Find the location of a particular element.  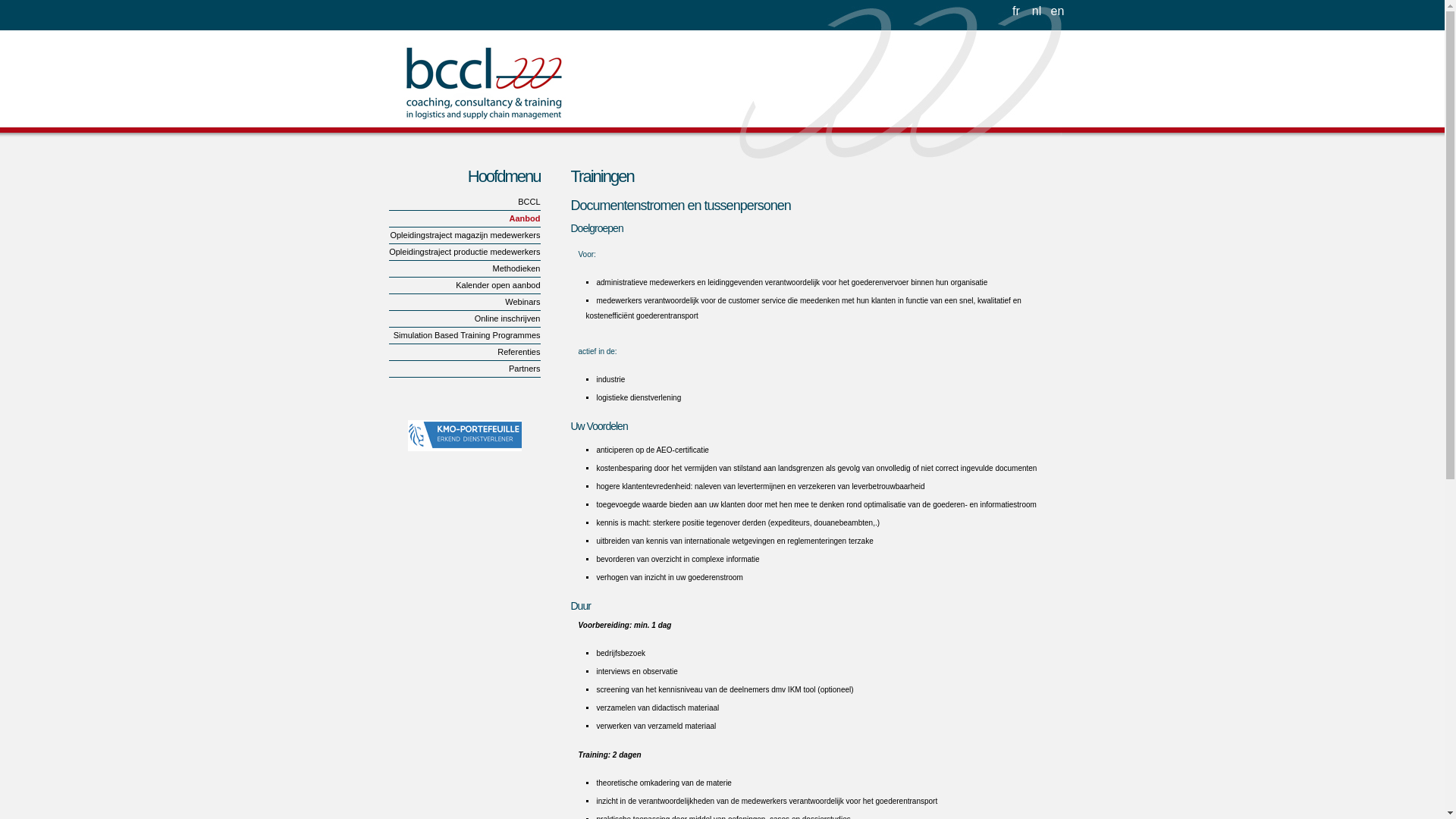

'BCCL' is located at coordinates (463, 201).